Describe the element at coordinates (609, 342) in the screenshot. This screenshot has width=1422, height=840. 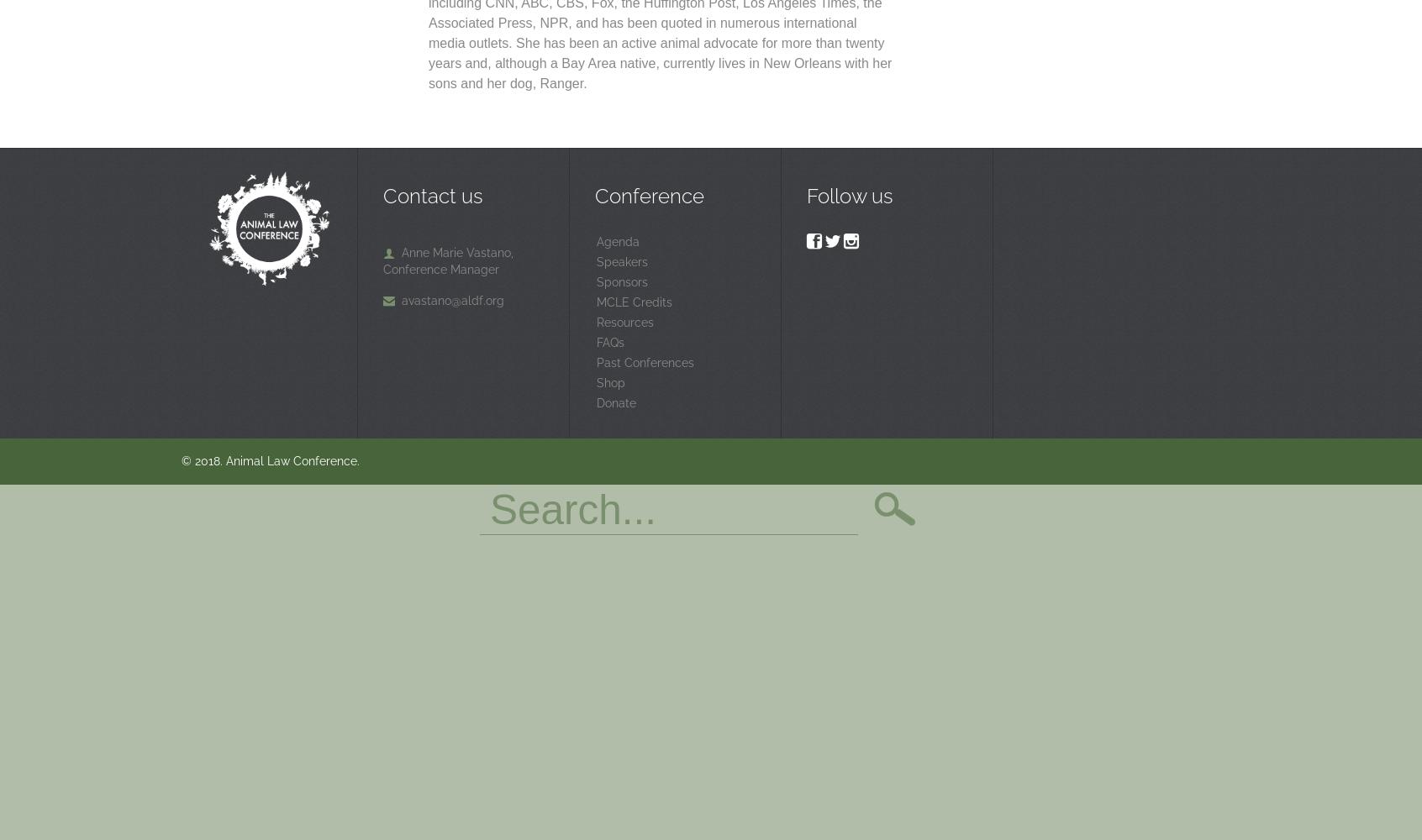
I see `'FAQs'` at that location.